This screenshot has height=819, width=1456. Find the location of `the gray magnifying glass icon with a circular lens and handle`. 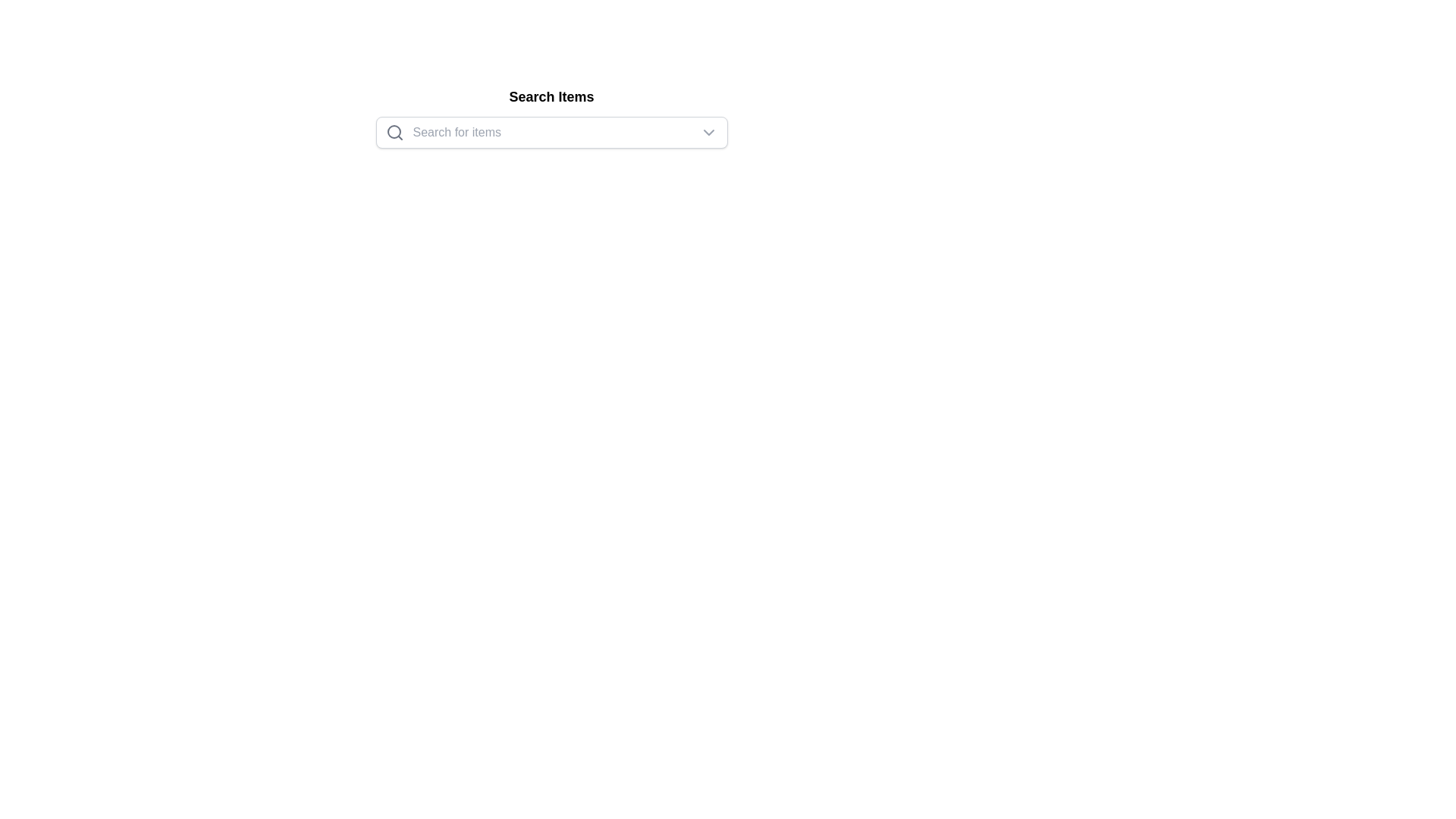

the gray magnifying glass icon with a circular lens and handle is located at coordinates (394, 131).